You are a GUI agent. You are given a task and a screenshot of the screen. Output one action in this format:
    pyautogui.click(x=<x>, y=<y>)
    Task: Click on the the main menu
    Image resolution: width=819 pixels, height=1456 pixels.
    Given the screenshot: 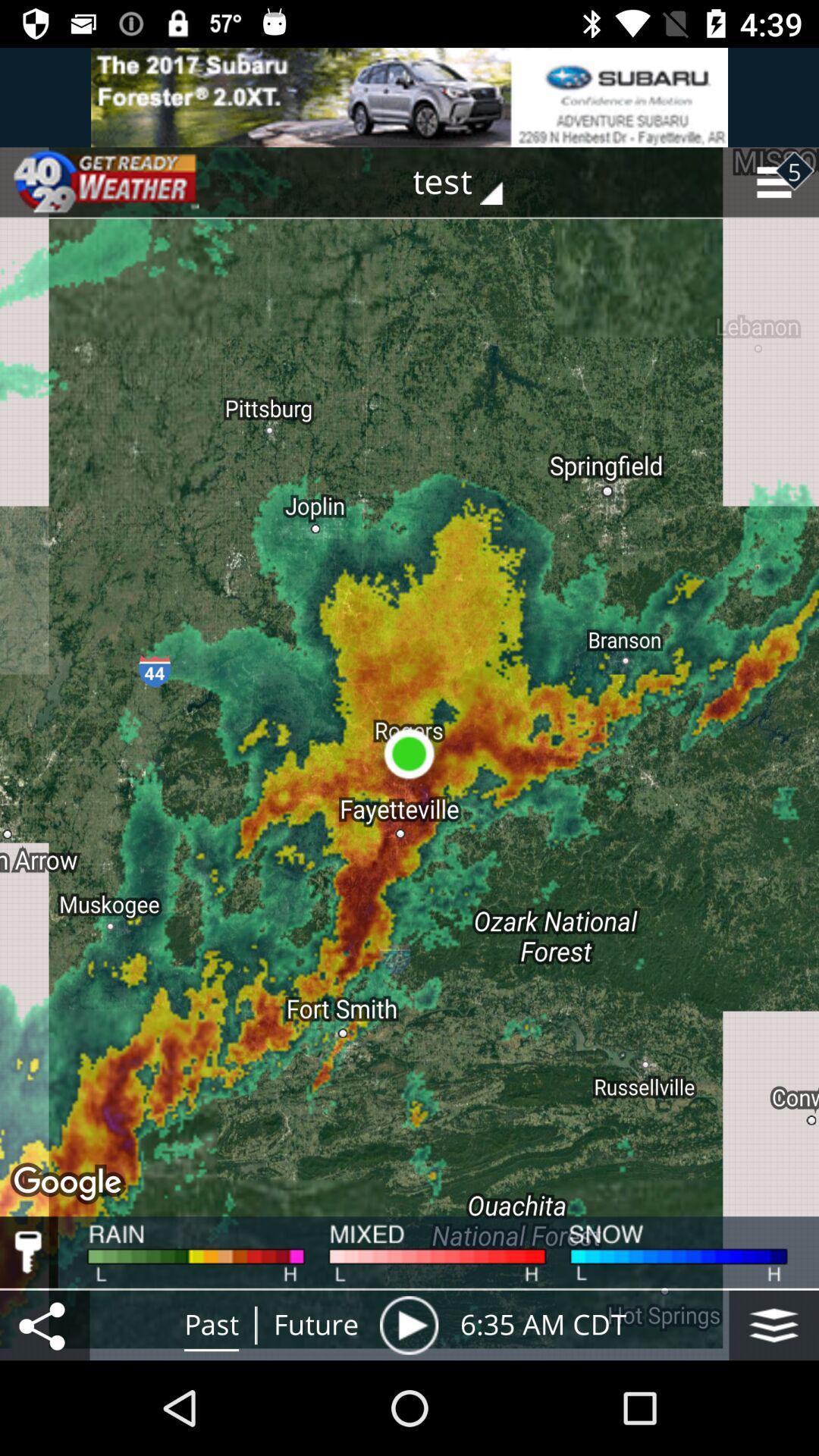 What is the action you would take?
    pyautogui.click(x=773, y=1324)
    